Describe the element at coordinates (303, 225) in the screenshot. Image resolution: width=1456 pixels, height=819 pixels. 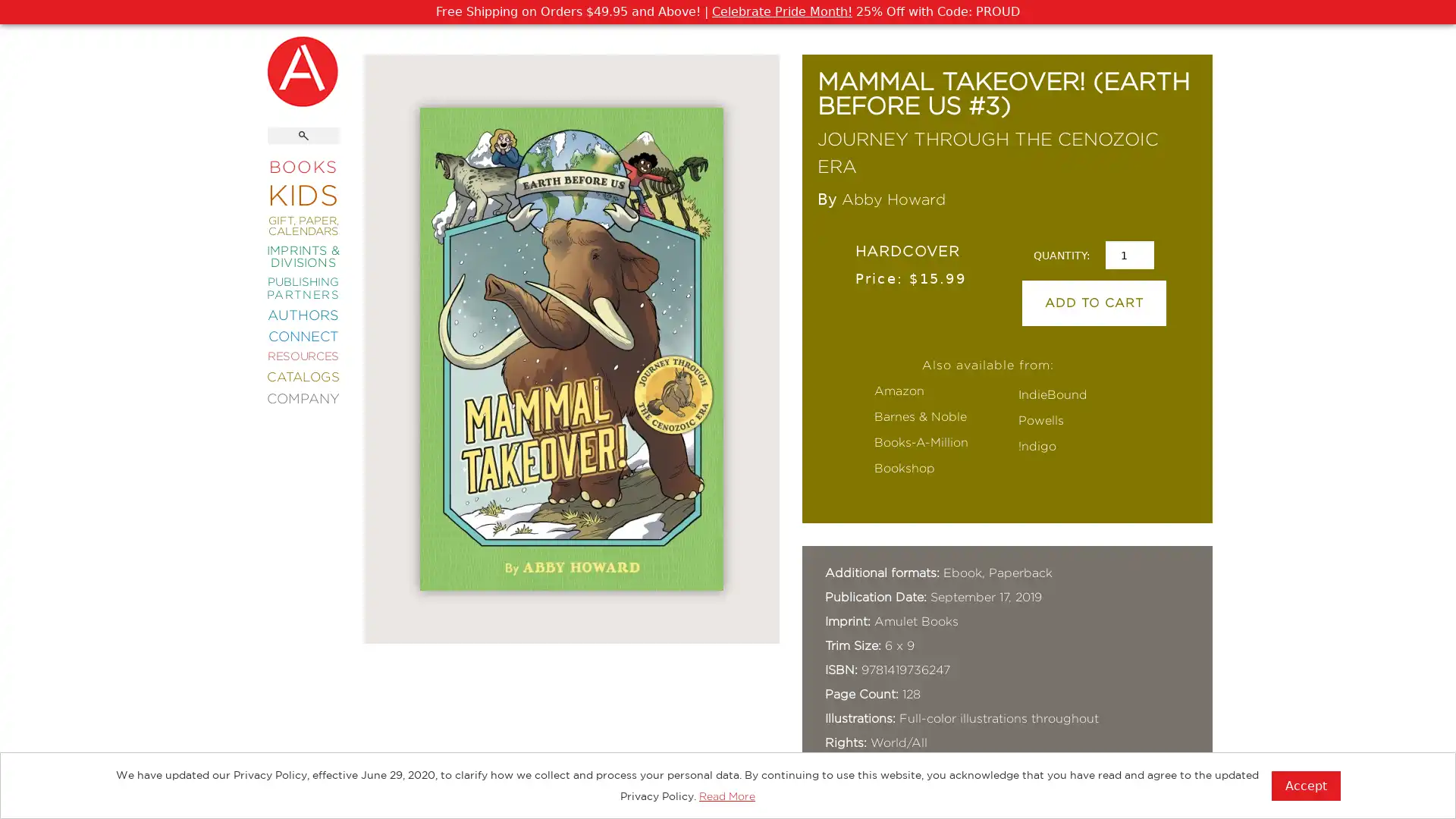
I see `GIFT, PAPER, CALENDARS` at that location.